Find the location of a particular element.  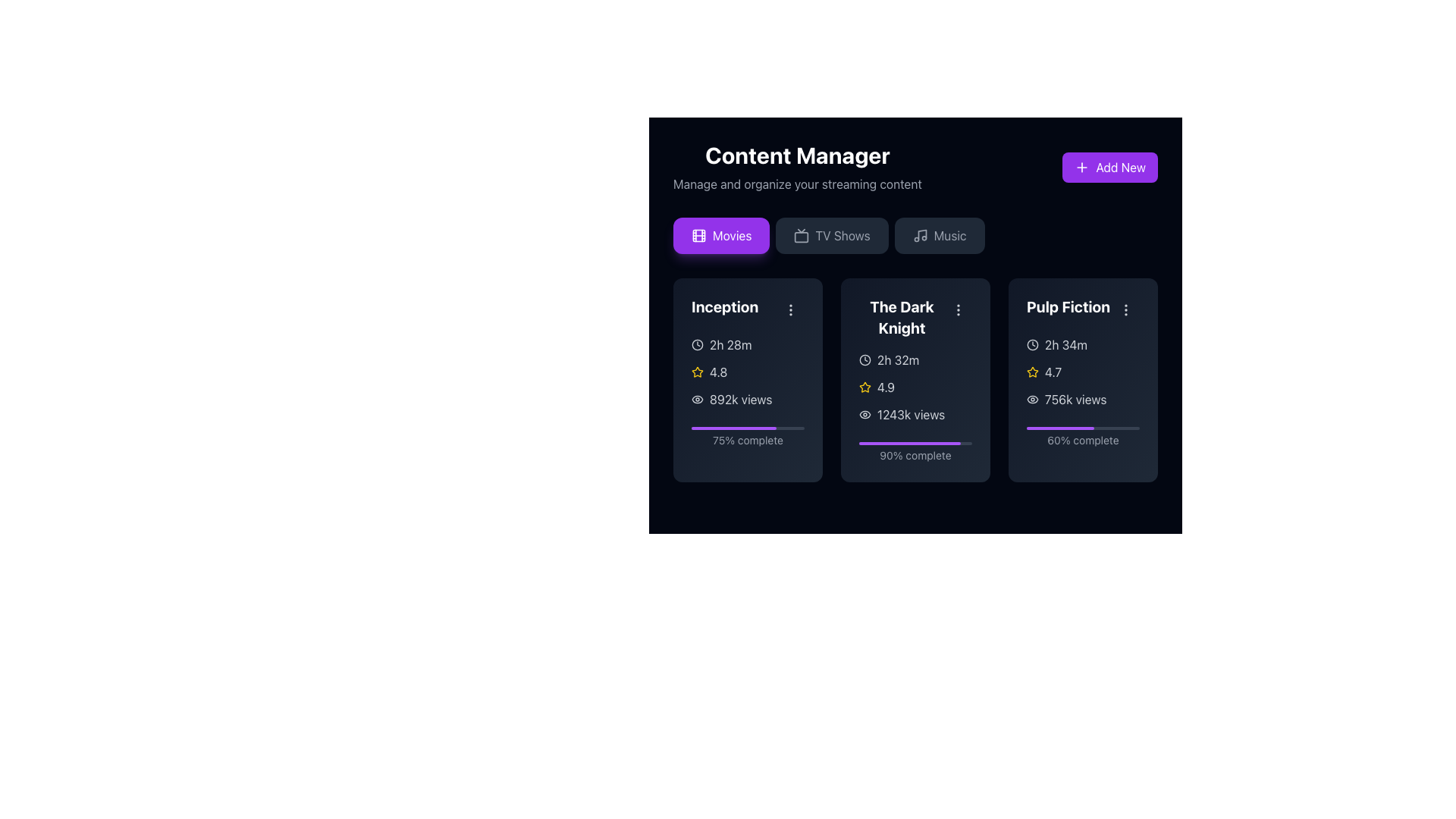

the text indicating the number of views in the card for 'Inception', positioned beneath the rating '4.8' and above the progress bar labeled '75% complete' is located at coordinates (748, 399).